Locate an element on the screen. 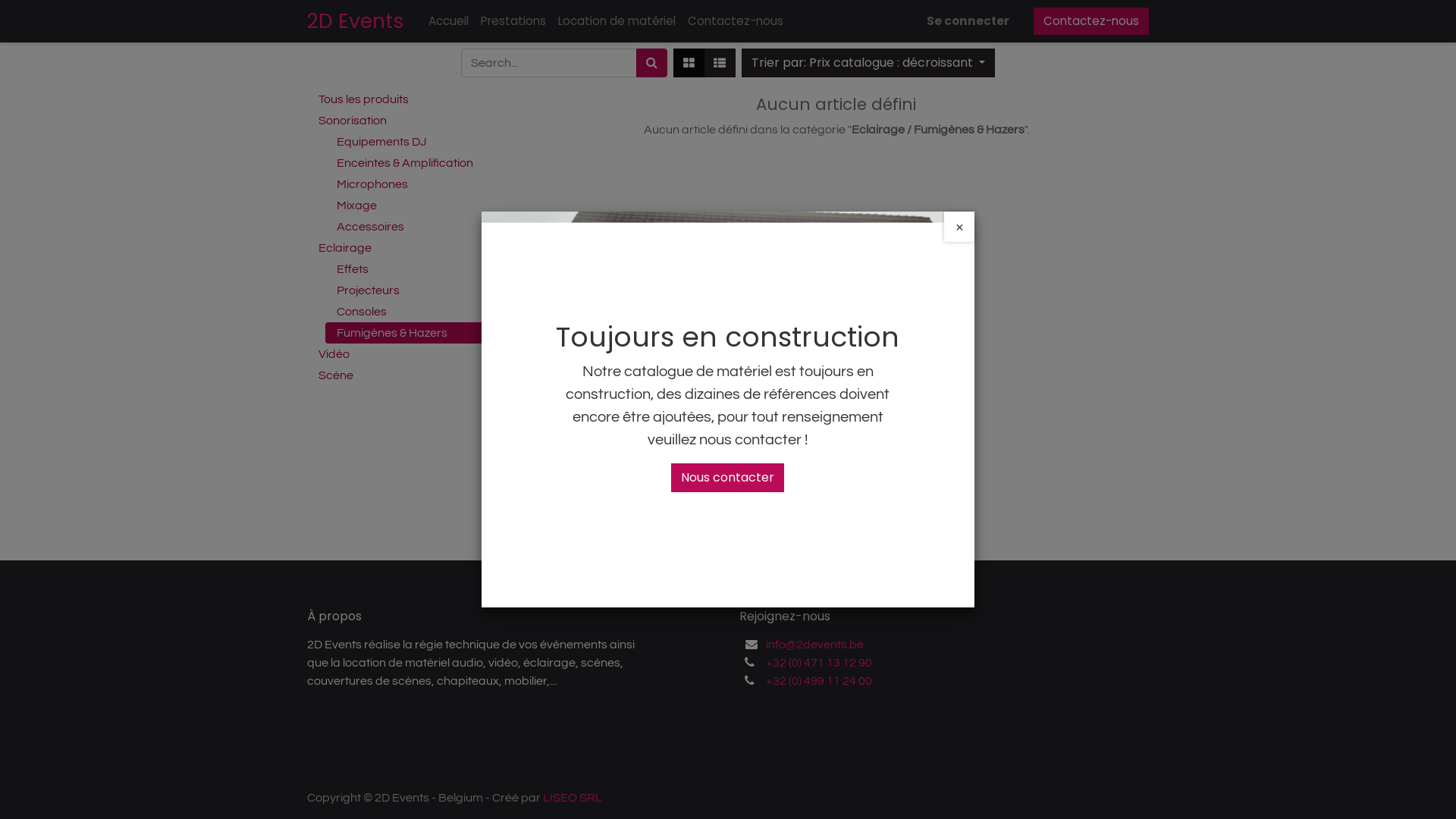 This screenshot has width=1456, height=819. 'LISEO SRL' is located at coordinates (571, 797).